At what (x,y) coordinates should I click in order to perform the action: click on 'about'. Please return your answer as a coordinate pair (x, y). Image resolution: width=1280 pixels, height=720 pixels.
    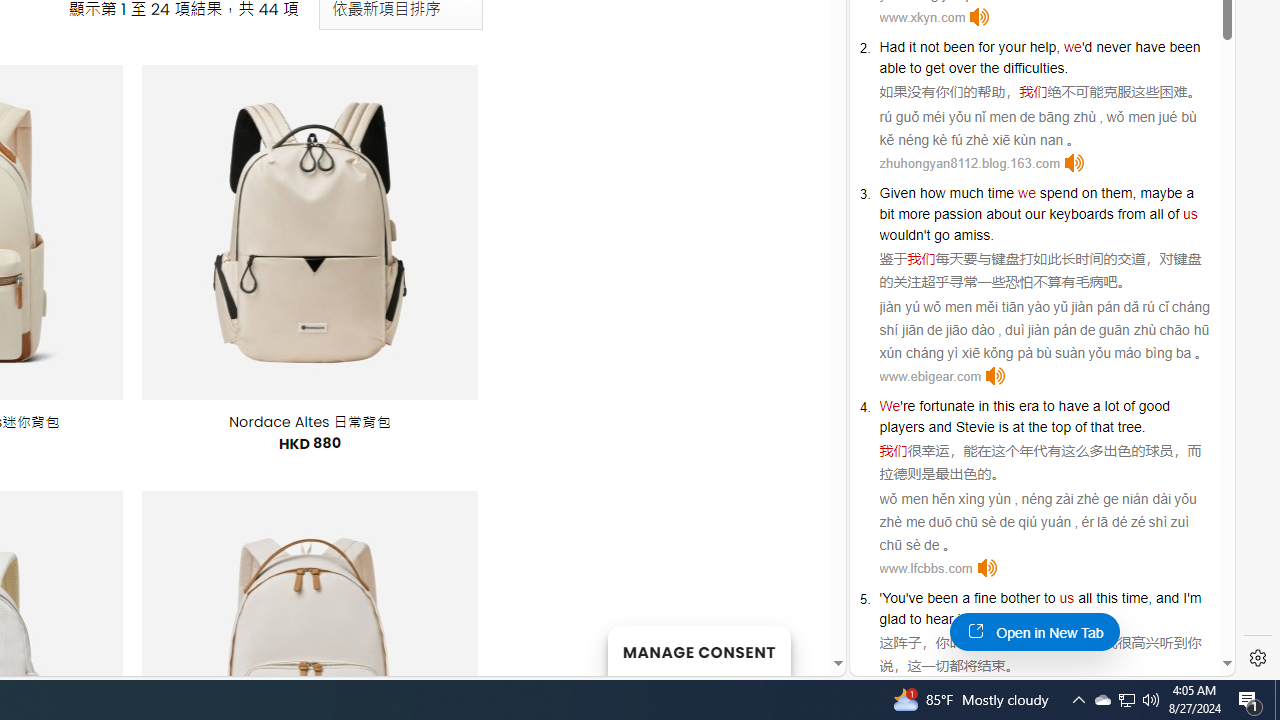
    Looking at the image, I should click on (1003, 213).